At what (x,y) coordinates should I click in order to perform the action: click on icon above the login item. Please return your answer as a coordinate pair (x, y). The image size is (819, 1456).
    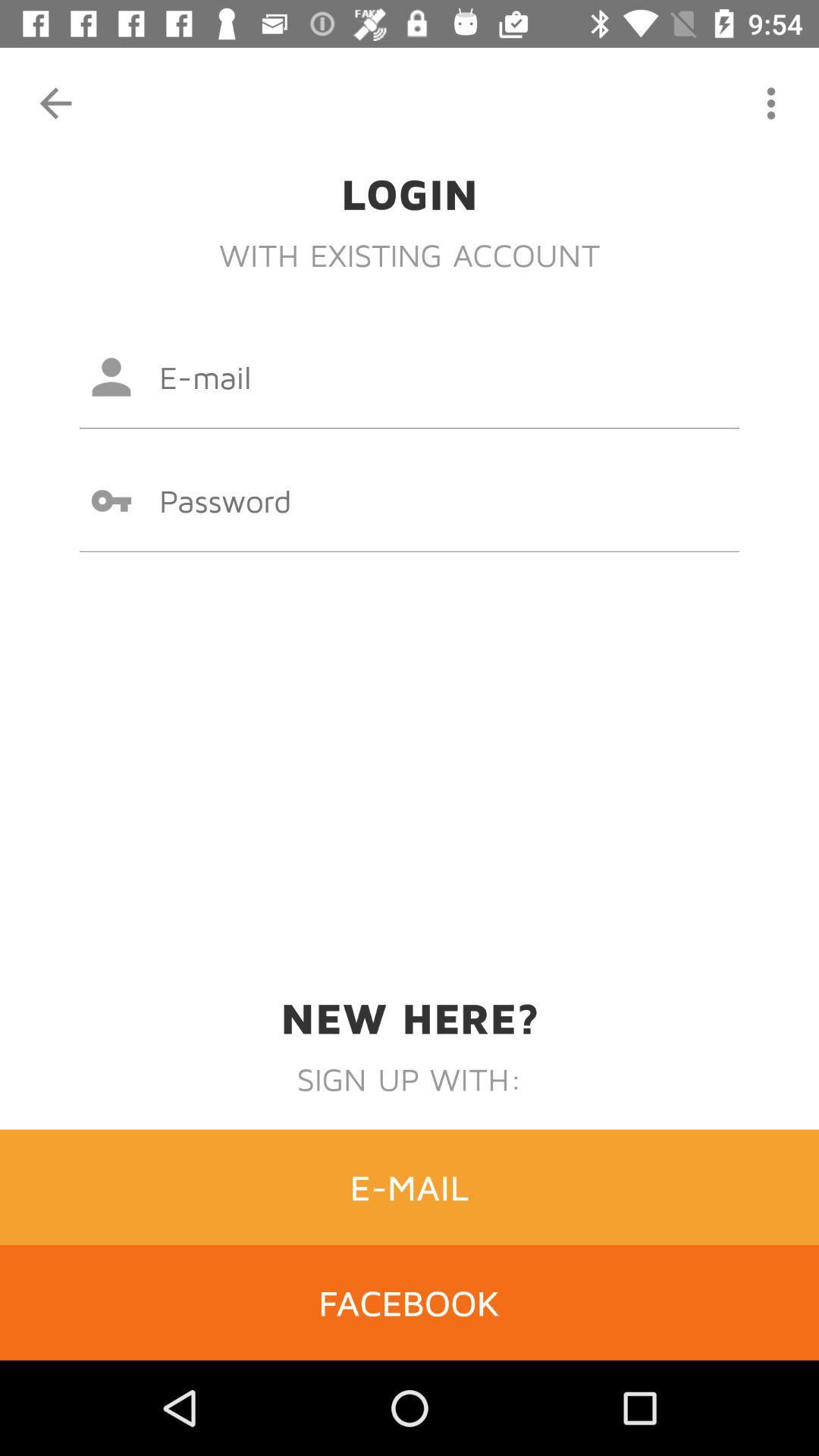
    Looking at the image, I should click on (771, 102).